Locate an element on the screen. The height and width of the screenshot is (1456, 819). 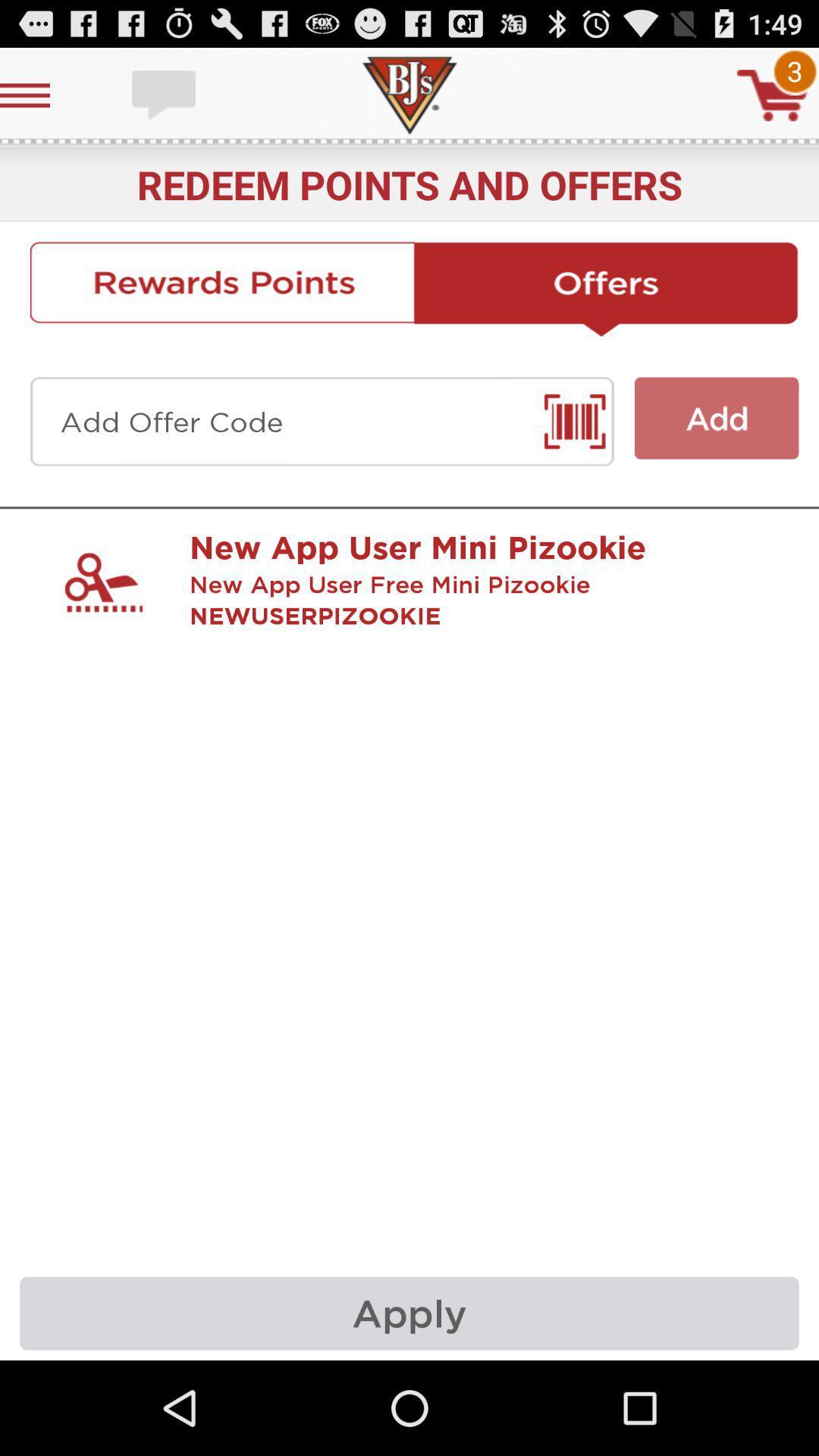
scan upc is located at coordinates (321, 422).